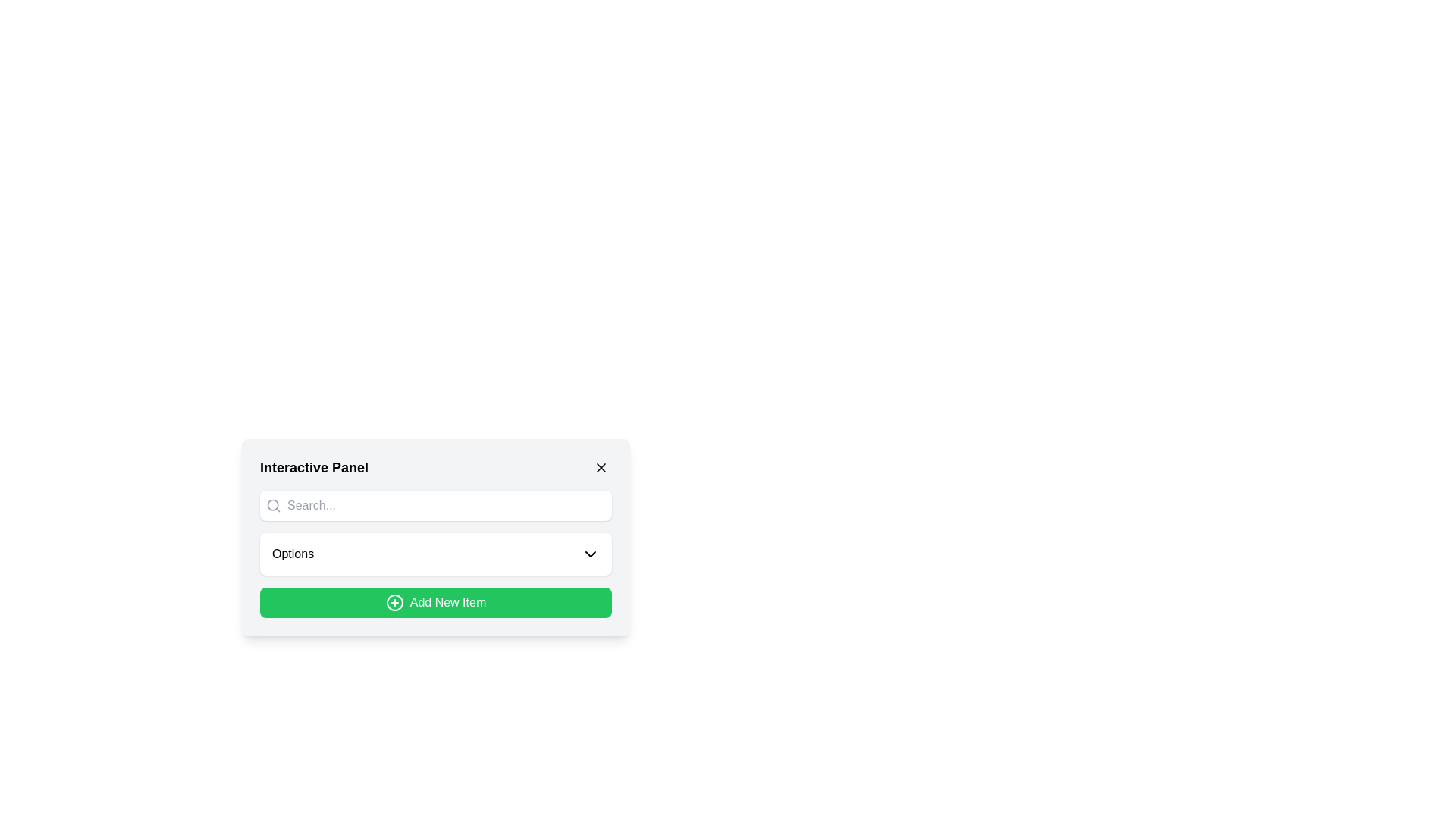 Image resolution: width=1456 pixels, height=819 pixels. What do you see at coordinates (435, 506) in the screenshot?
I see `inside the Search bar located beneath the title 'Interactive Panel' to focus on the input field` at bounding box center [435, 506].